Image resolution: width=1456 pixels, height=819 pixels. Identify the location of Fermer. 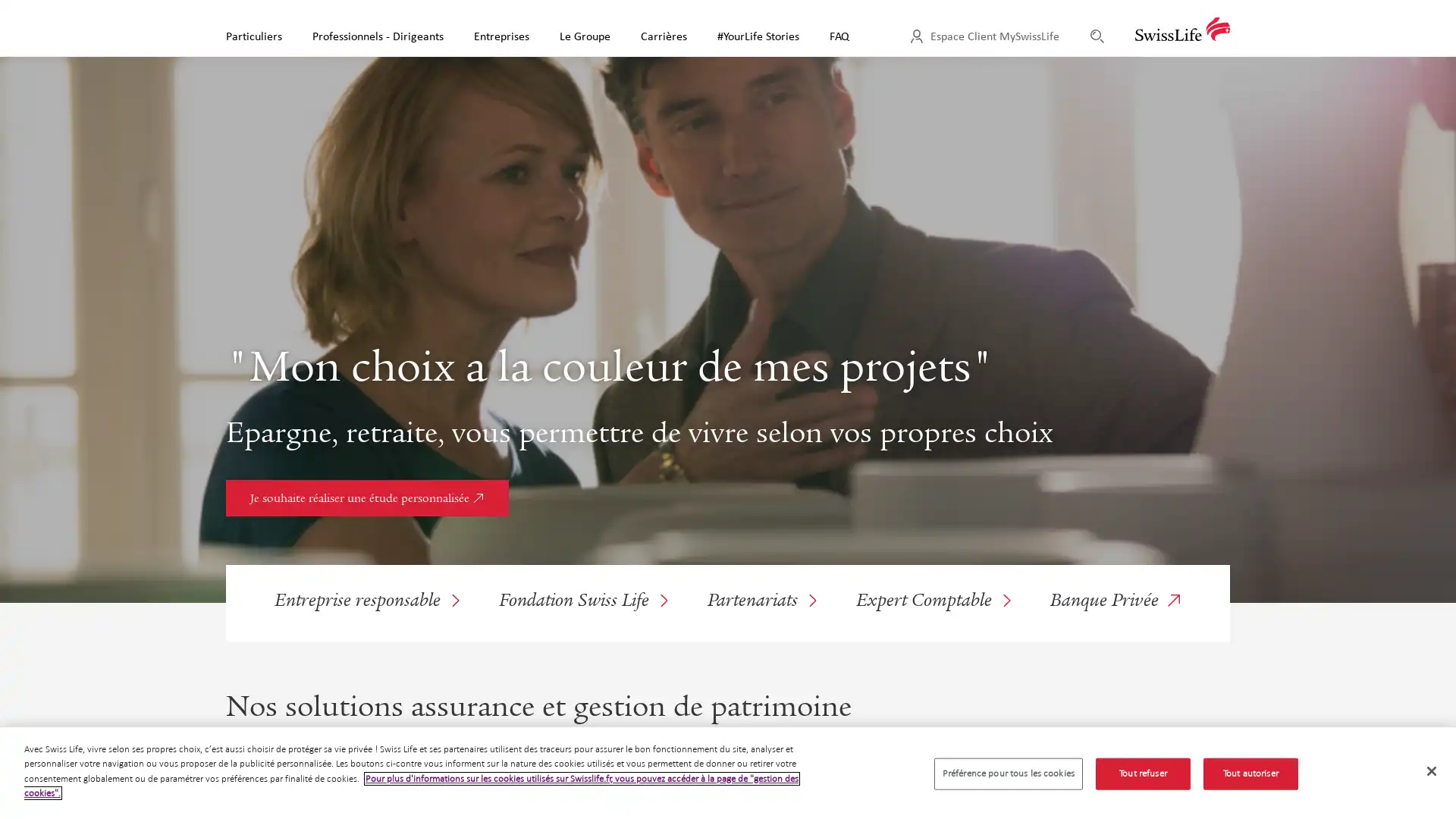
(1430, 771).